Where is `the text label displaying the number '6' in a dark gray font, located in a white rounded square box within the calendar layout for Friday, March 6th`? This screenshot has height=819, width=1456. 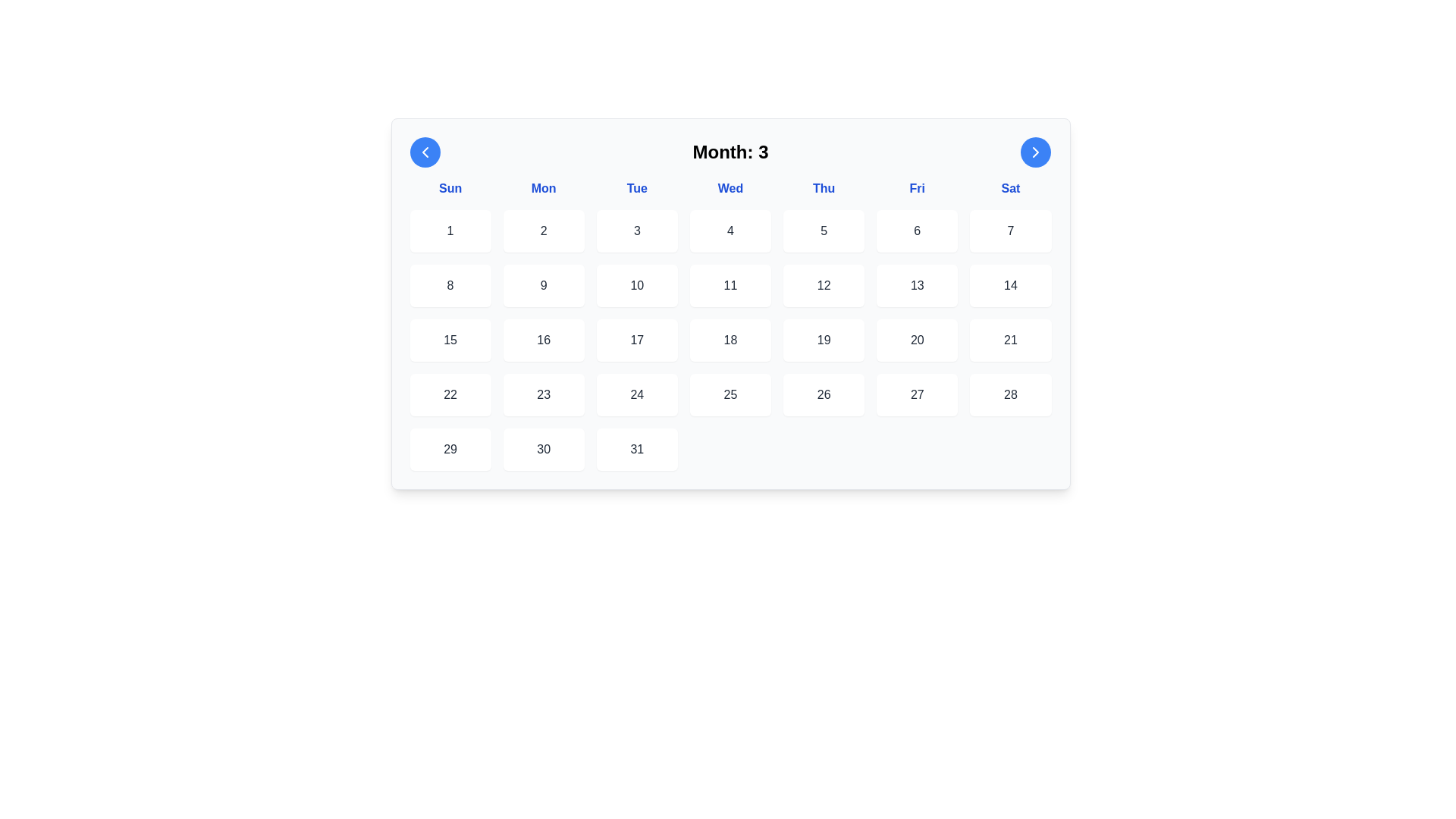
the text label displaying the number '6' in a dark gray font, located in a white rounded square box within the calendar layout for Friday, March 6th is located at coordinates (916, 231).